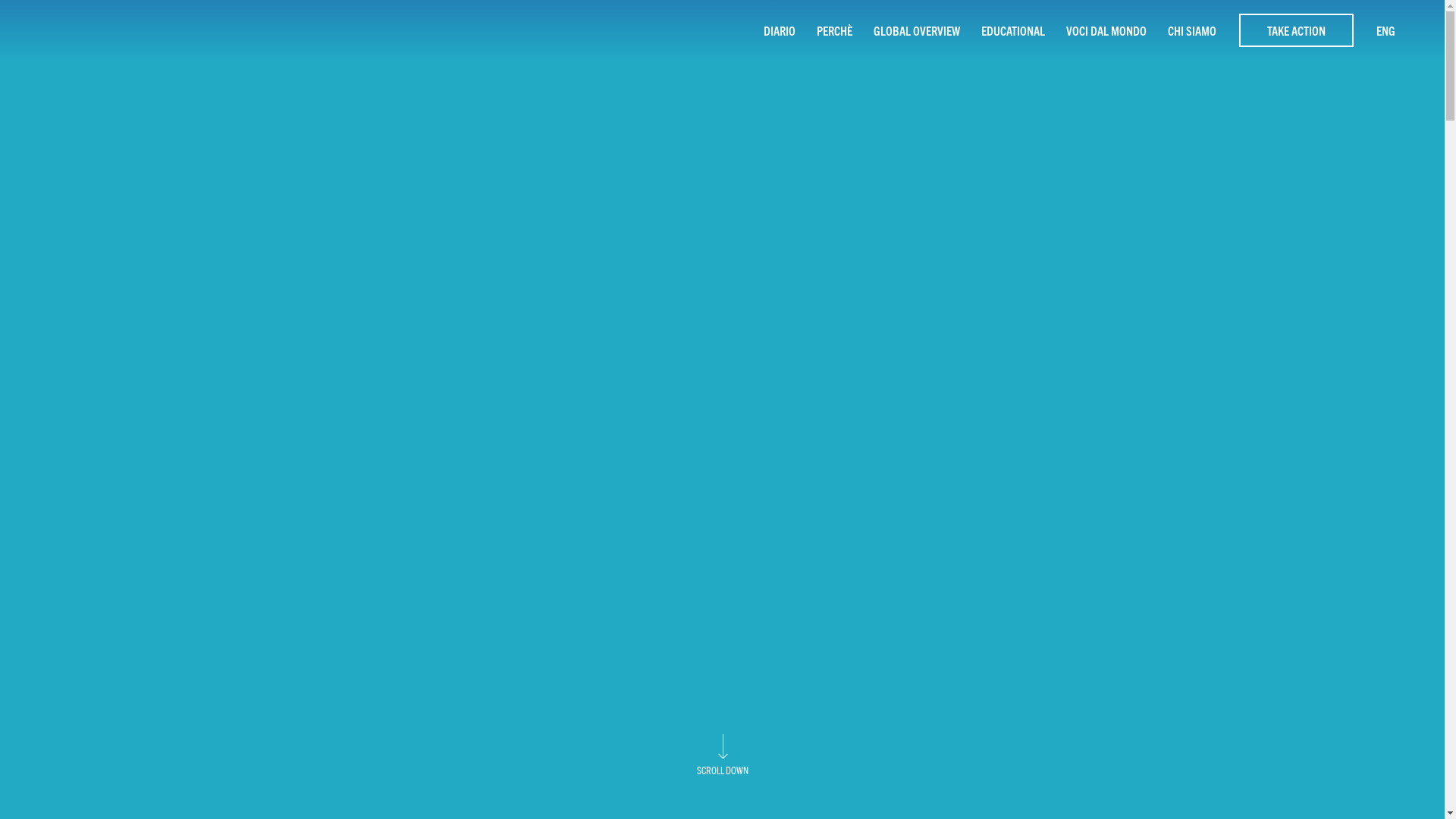 This screenshot has height=819, width=1456. I want to click on 'GLOBAL OVERVIEW', so click(916, 30).